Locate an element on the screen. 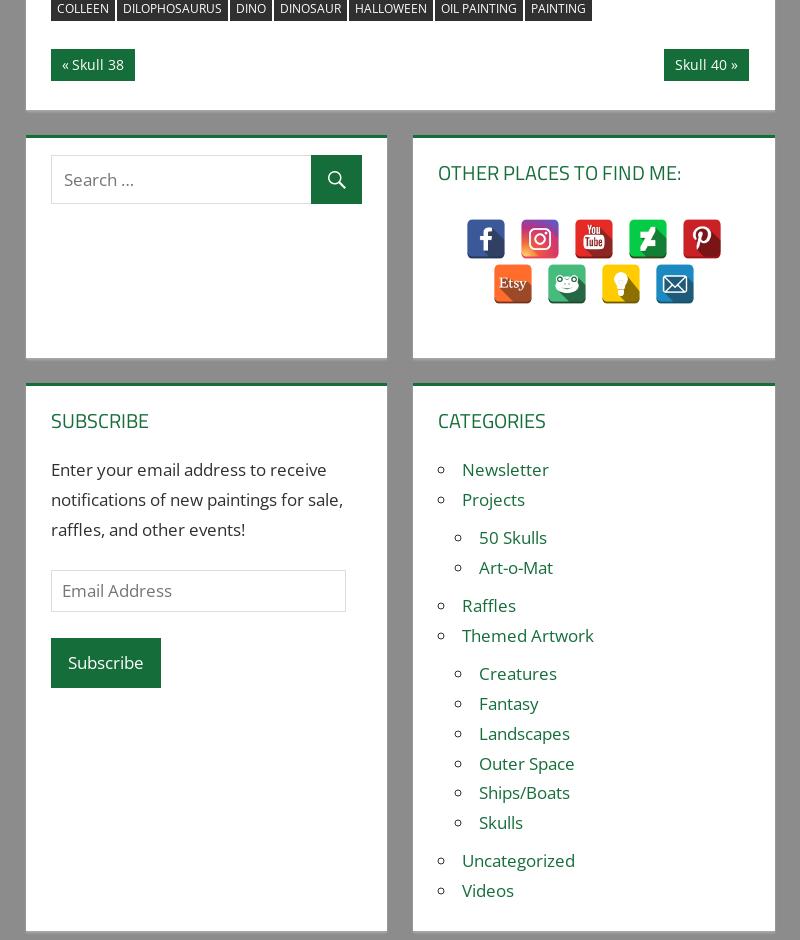 The width and height of the screenshot is (800, 940). 'Newsletter' is located at coordinates (504, 468).